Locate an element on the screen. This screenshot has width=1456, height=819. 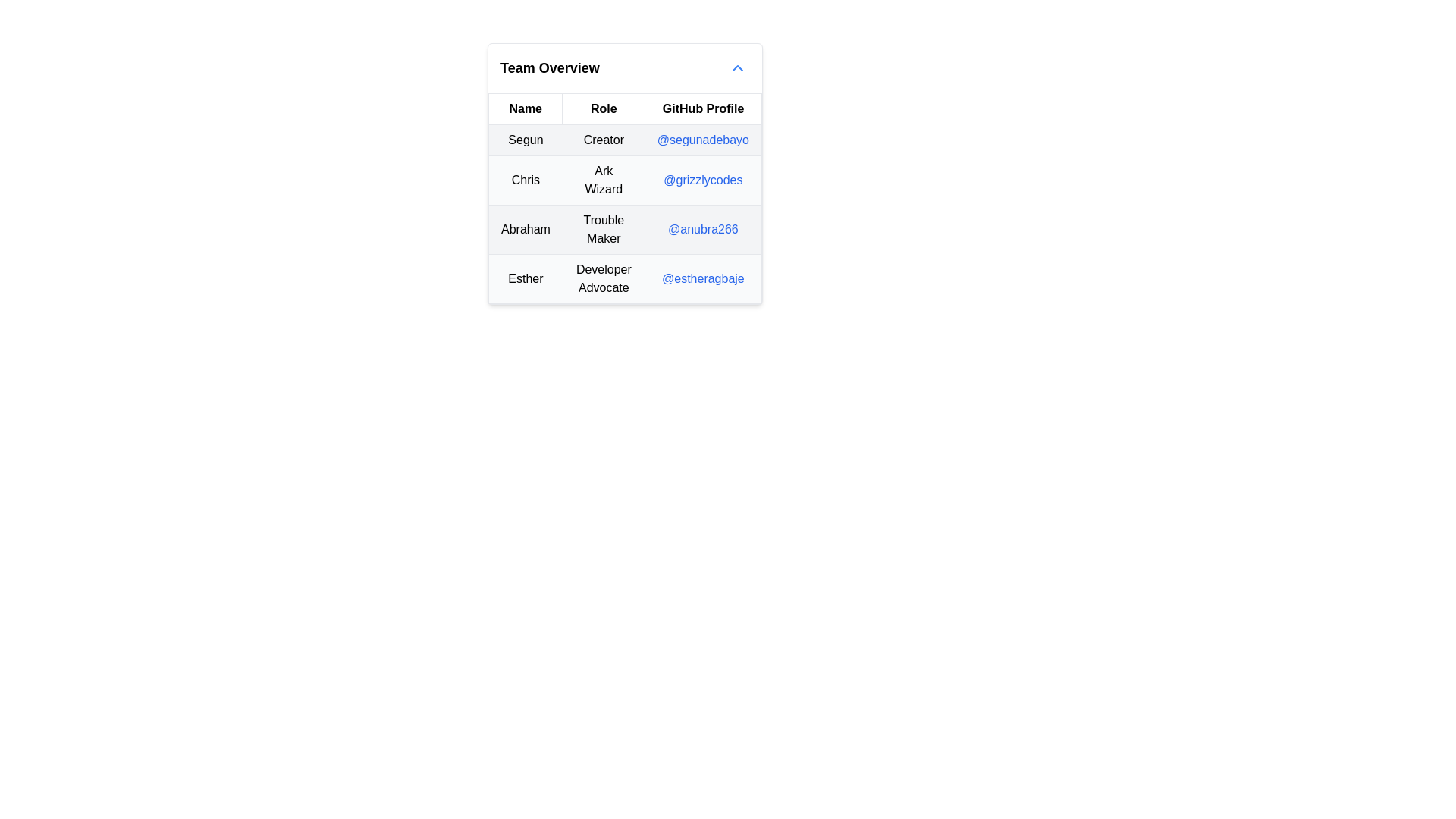
the 'Trouble Maker' text display element located in the third row of the table under the 'Role' column, surrounded by 'Abraham' and '@anubra266' is located at coordinates (603, 230).